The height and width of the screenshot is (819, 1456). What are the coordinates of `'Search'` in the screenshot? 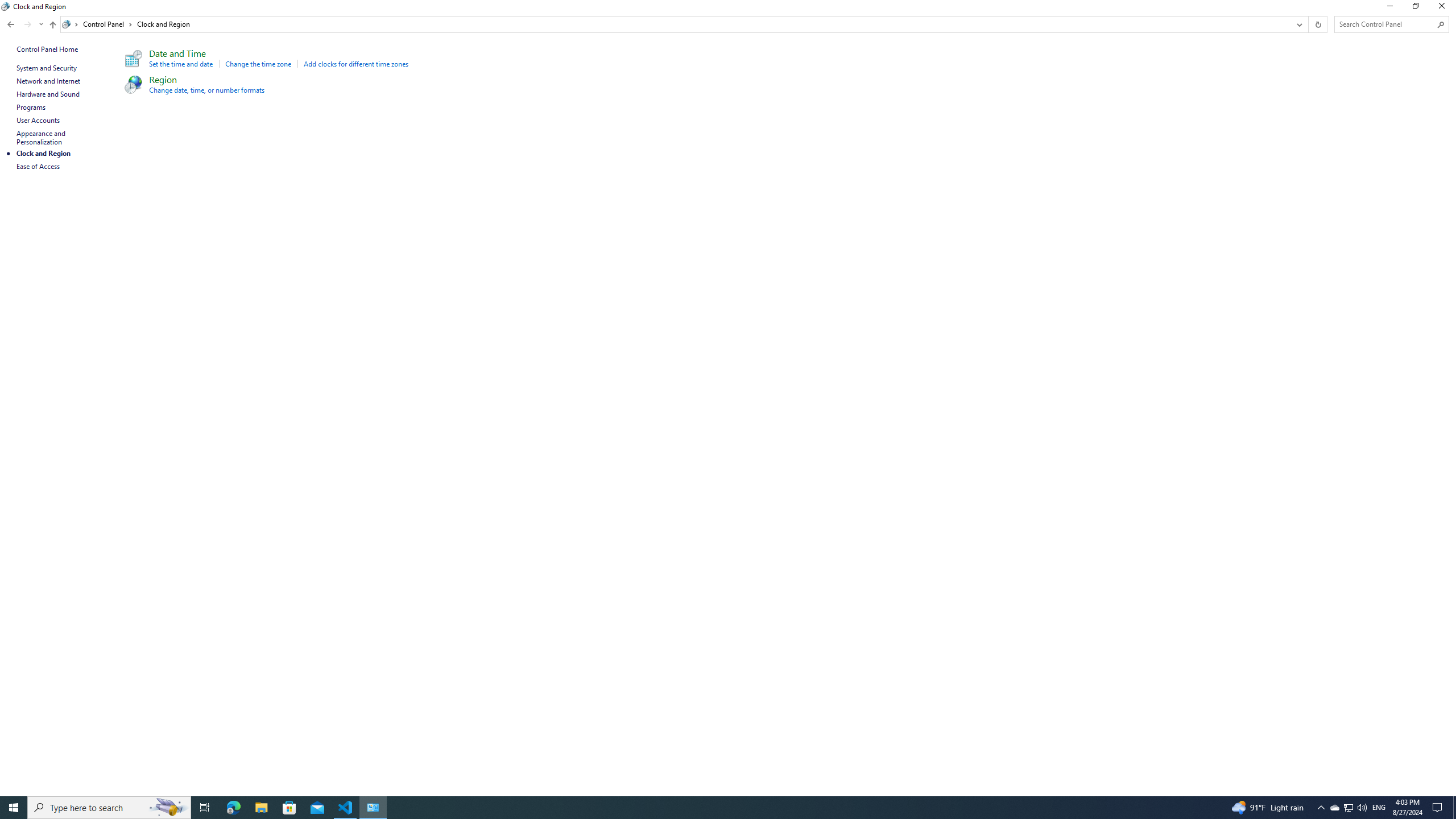 It's located at (1441, 24).